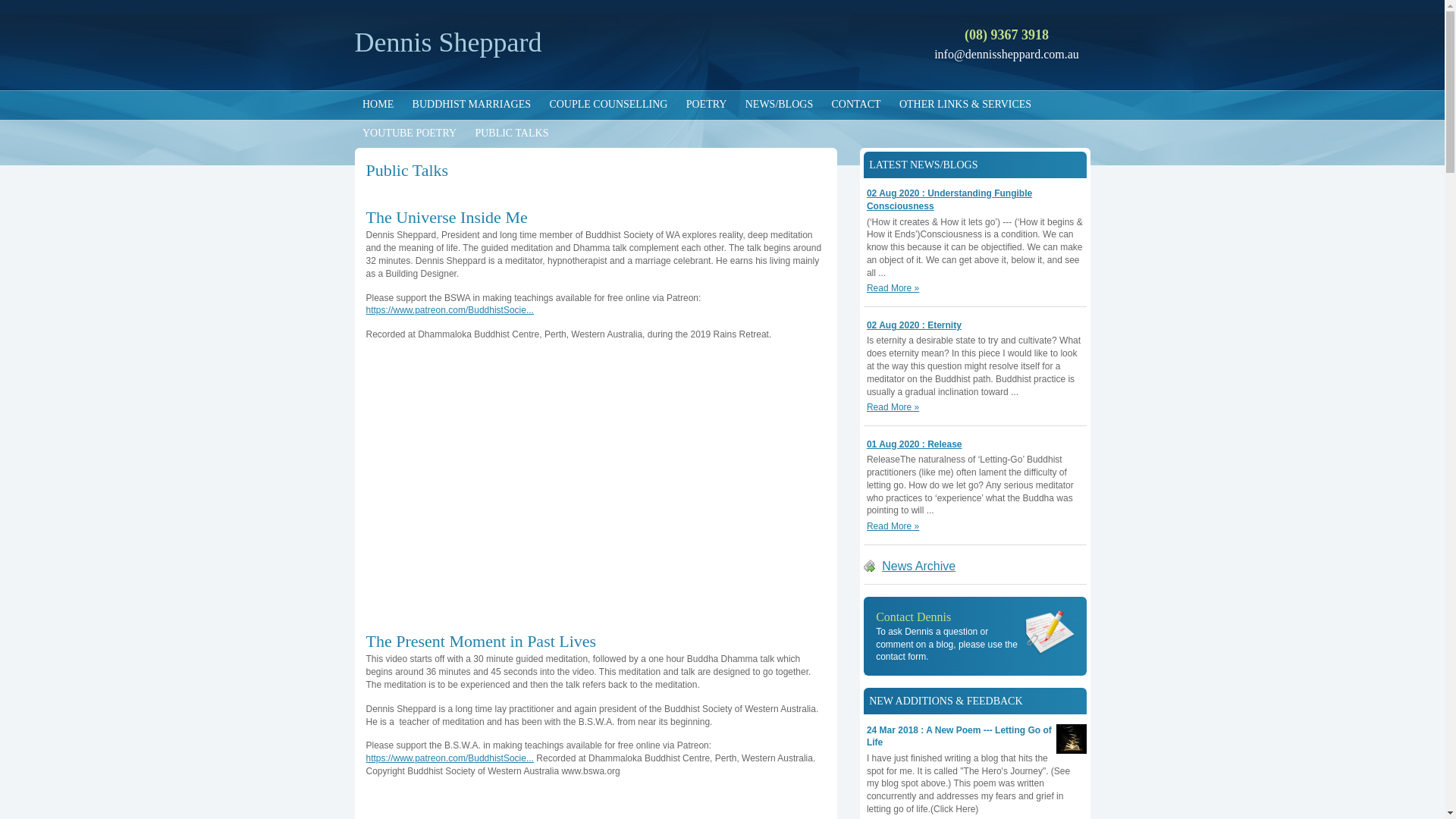 Image resolution: width=1456 pixels, height=819 pixels. I want to click on 'COUPLE COUNSELLING', so click(541, 104).